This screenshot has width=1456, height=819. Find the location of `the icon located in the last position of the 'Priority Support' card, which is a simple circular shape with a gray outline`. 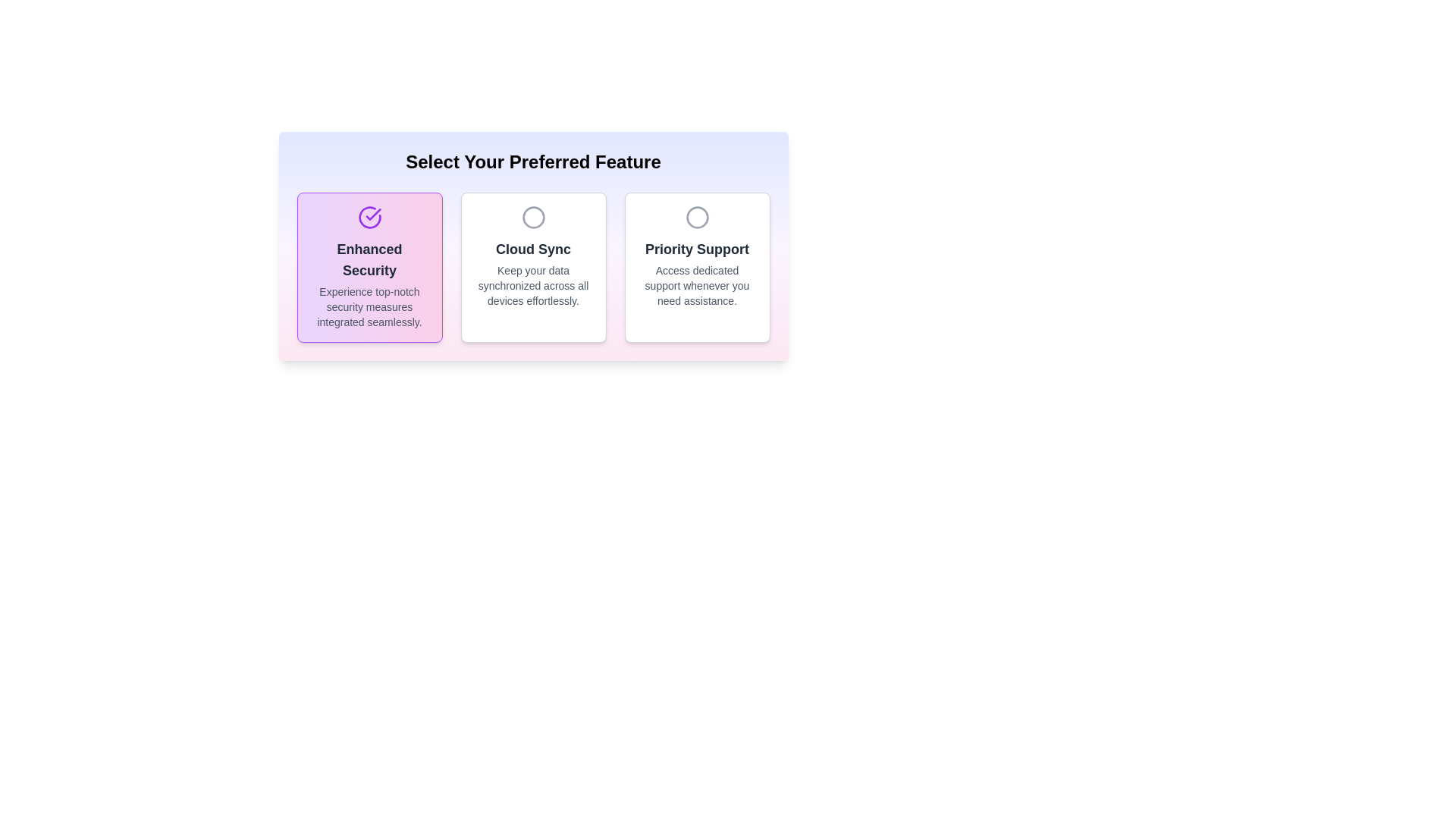

the icon located in the last position of the 'Priority Support' card, which is a simple circular shape with a gray outline is located at coordinates (696, 217).